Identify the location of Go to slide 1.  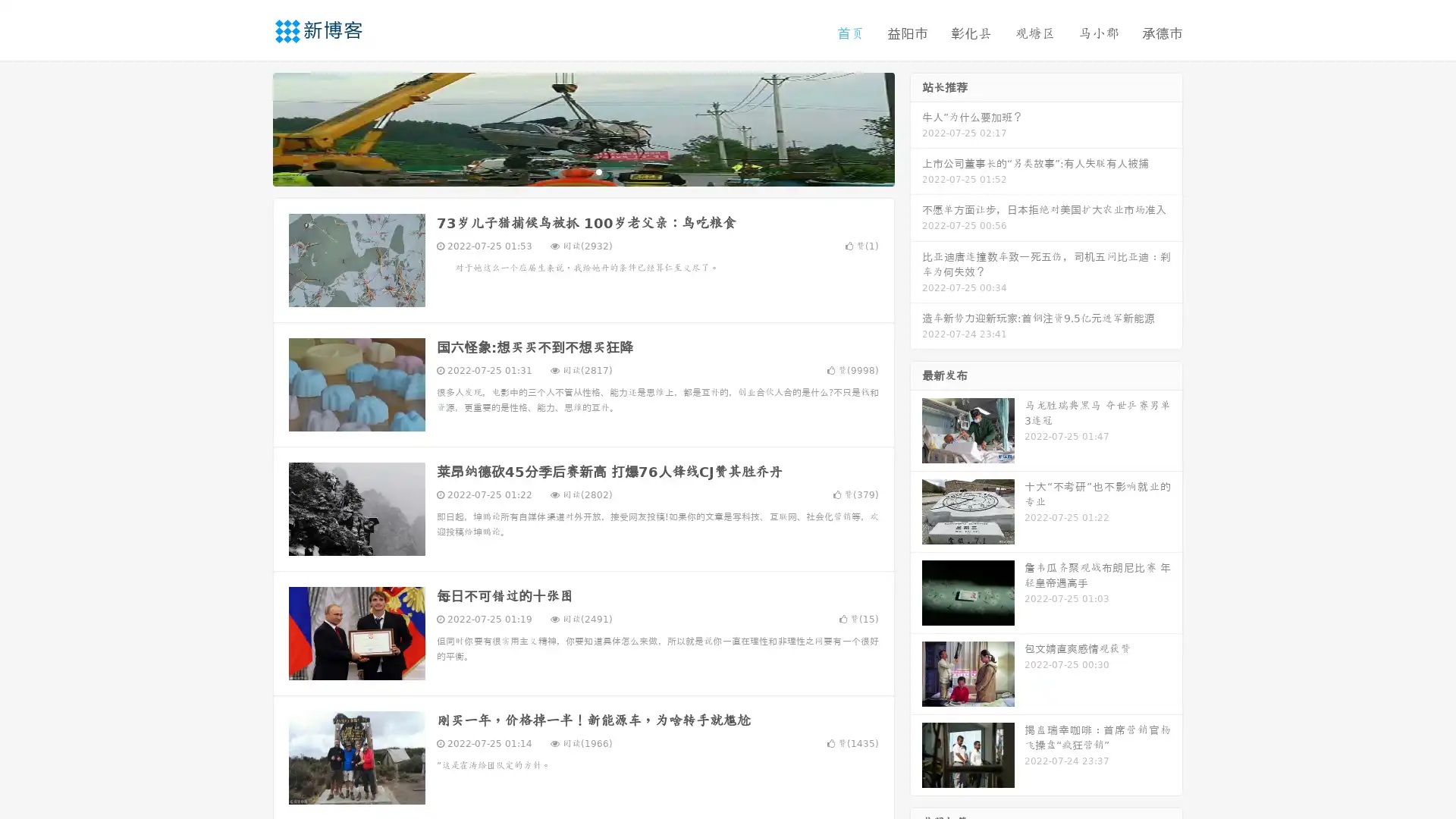
(567, 171).